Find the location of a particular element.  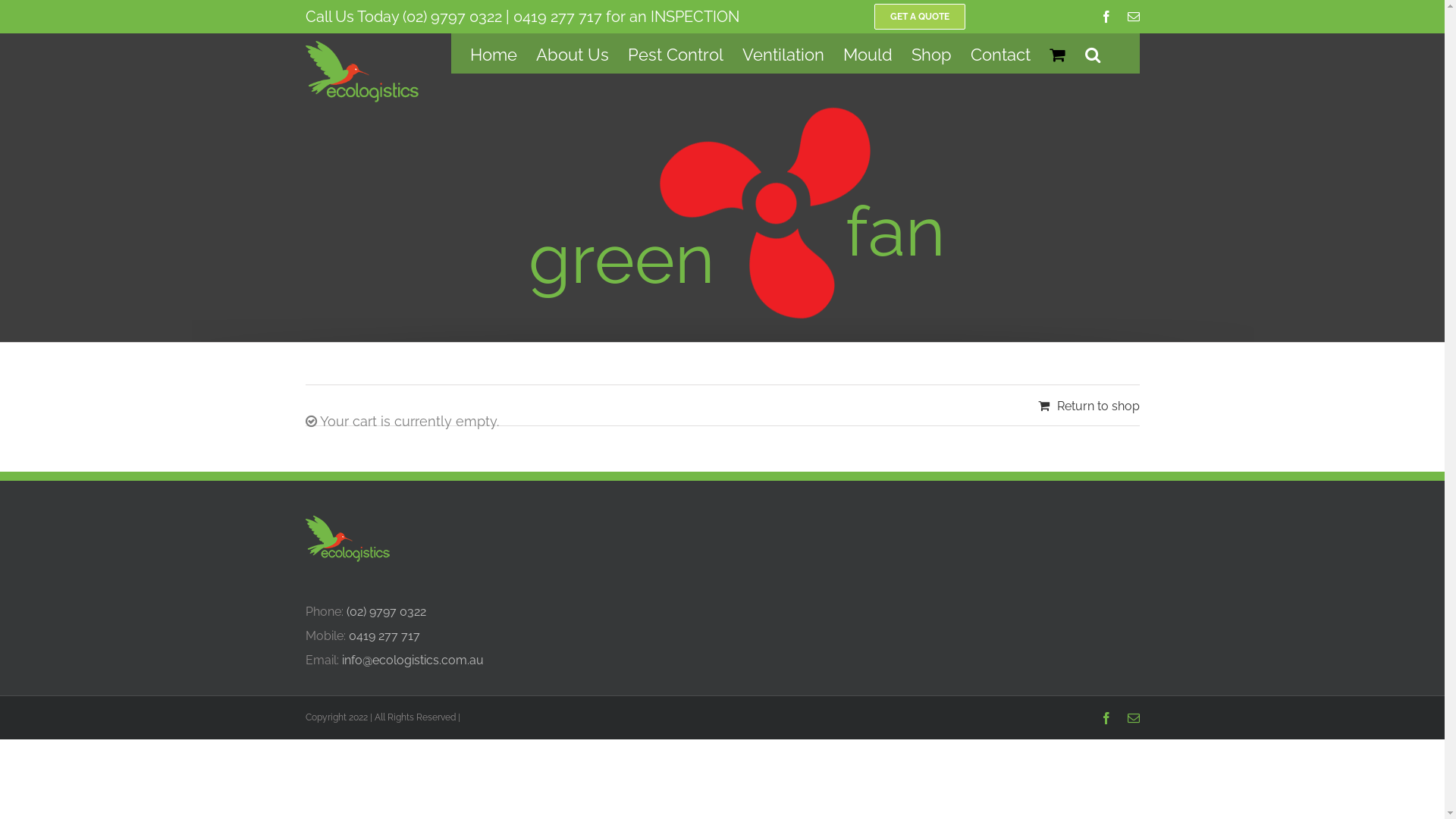

'Facebook' is located at coordinates (1106, 717).